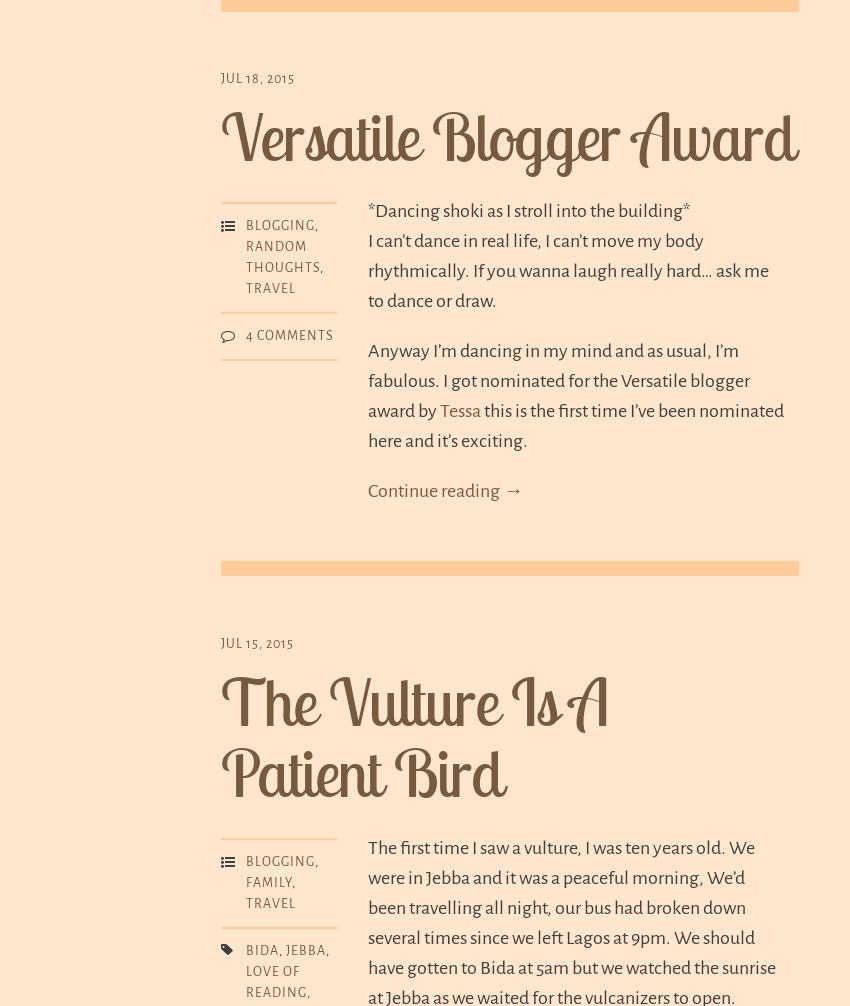 The image size is (850, 1006). What do you see at coordinates (285, 949) in the screenshot?
I see `'Jebba'` at bounding box center [285, 949].